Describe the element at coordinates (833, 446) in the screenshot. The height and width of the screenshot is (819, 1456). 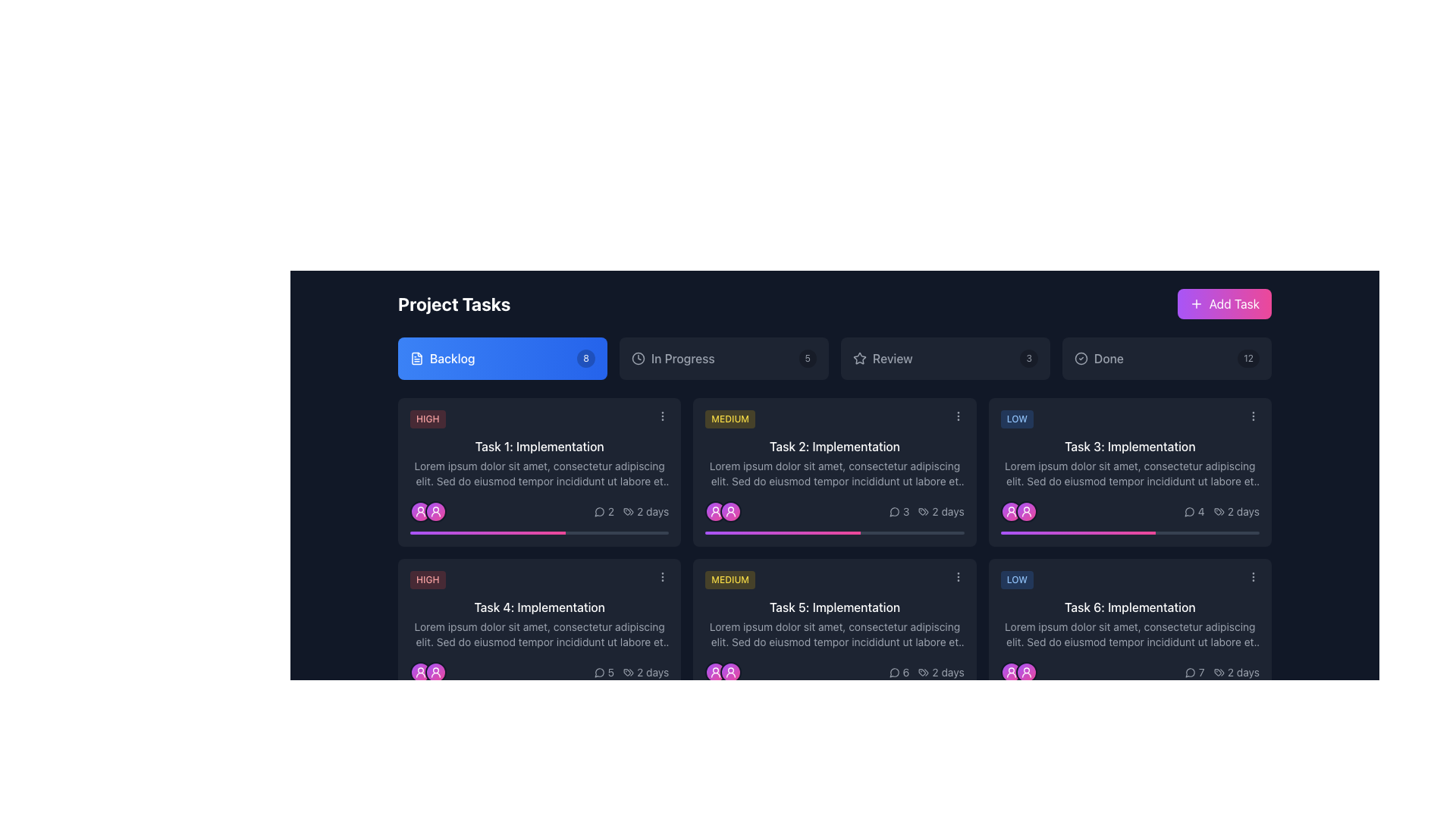
I see `text content of the text label displaying 'Task 2: Implementation', which is styled with a white font on a dark background, located under the 'MEDIUM' yellow badge on the task card in the second position of the first row in the 'Backlog' section` at that location.